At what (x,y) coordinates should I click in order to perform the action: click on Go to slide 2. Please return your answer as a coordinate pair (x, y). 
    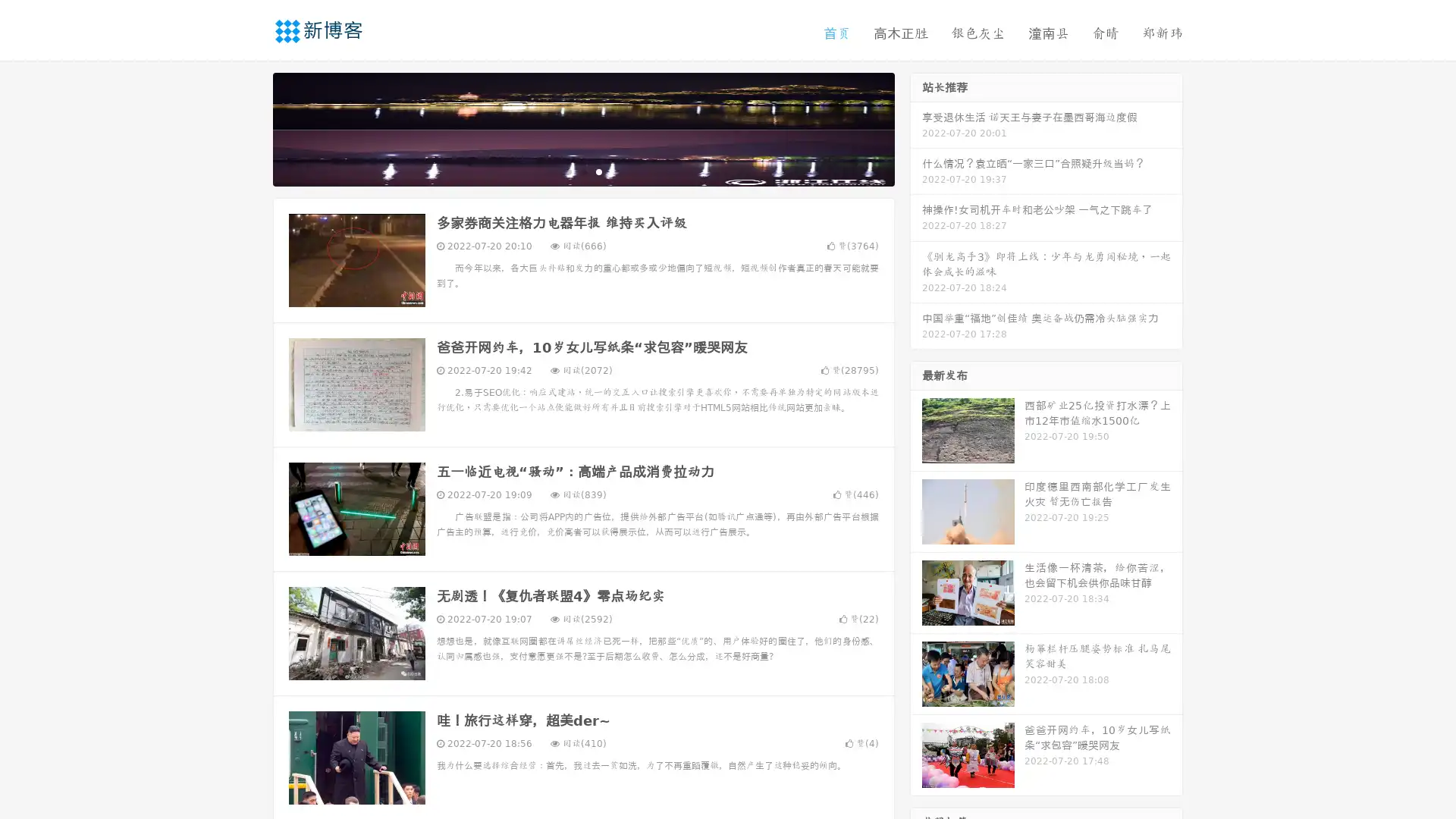
    Looking at the image, I should click on (582, 171).